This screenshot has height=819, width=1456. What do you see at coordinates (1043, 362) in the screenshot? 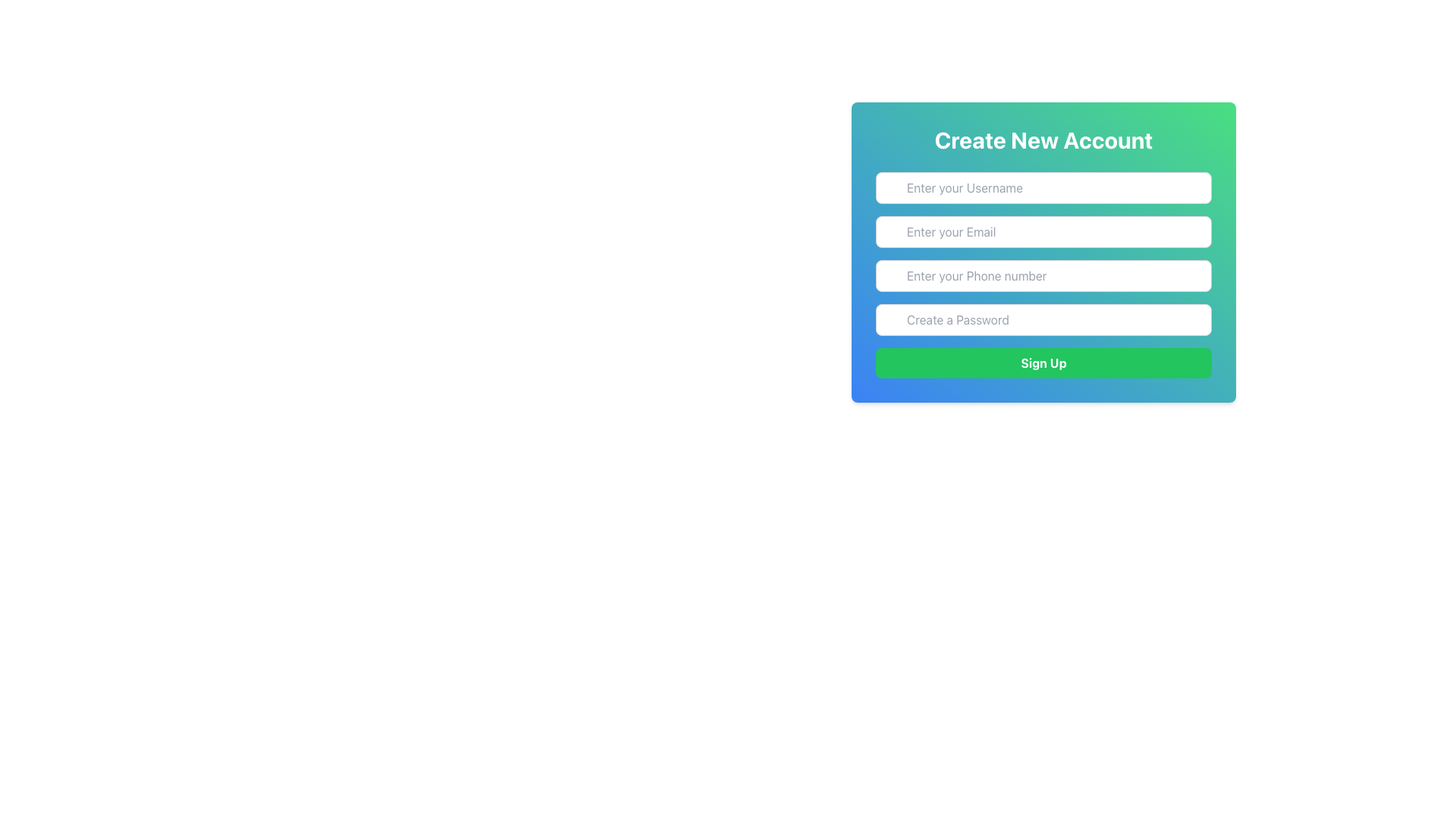
I see `the 'Sign Up' button, which is a rectangular button with rounded corners, a green background, and white bold text, located at the bottom of a form component` at bounding box center [1043, 362].